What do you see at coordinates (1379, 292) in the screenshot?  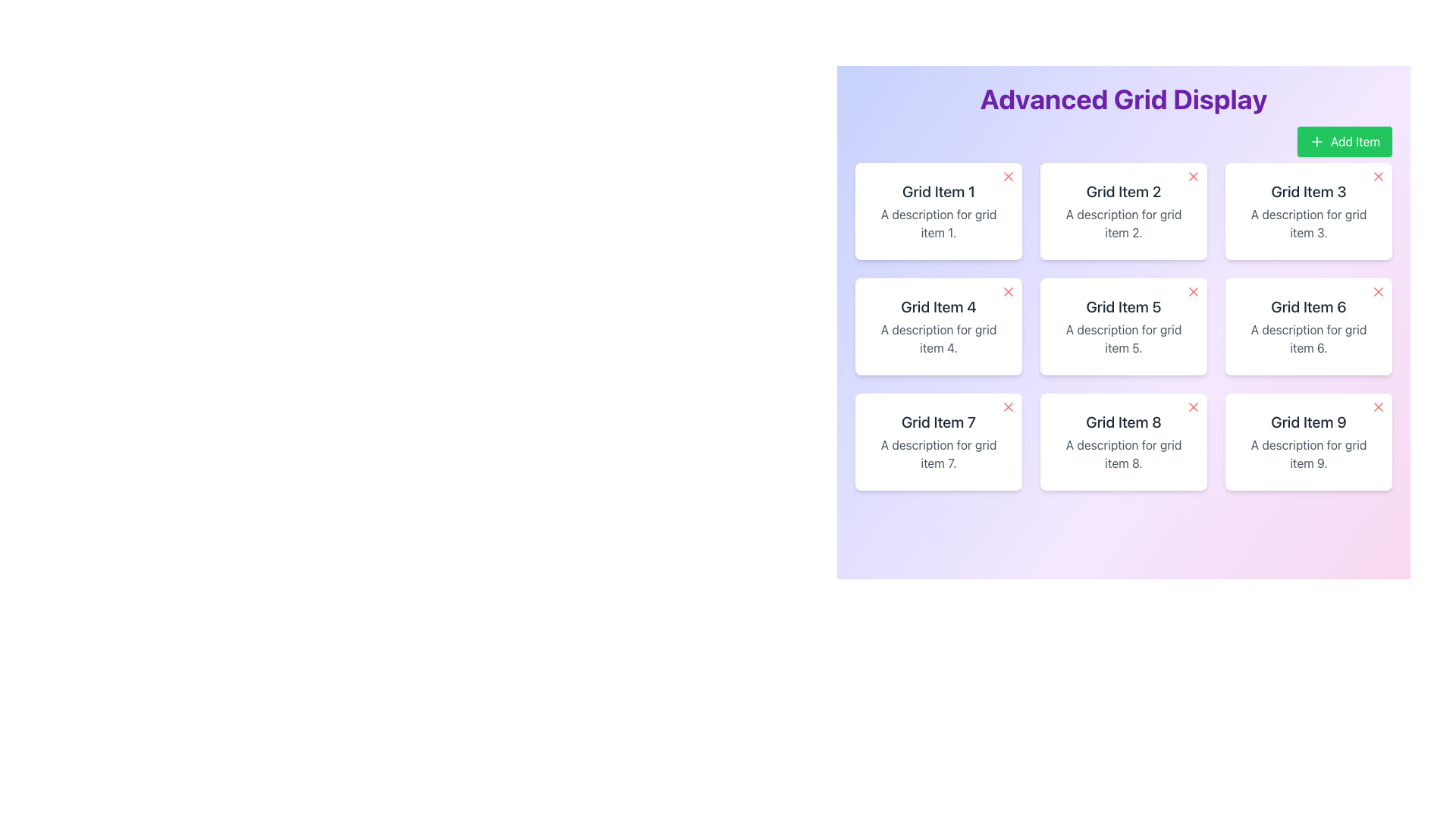 I see `the small cross (x) icon located in the top-right corner of the card labeled 'Grid Item 6'` at bounding box center [1379, 292].